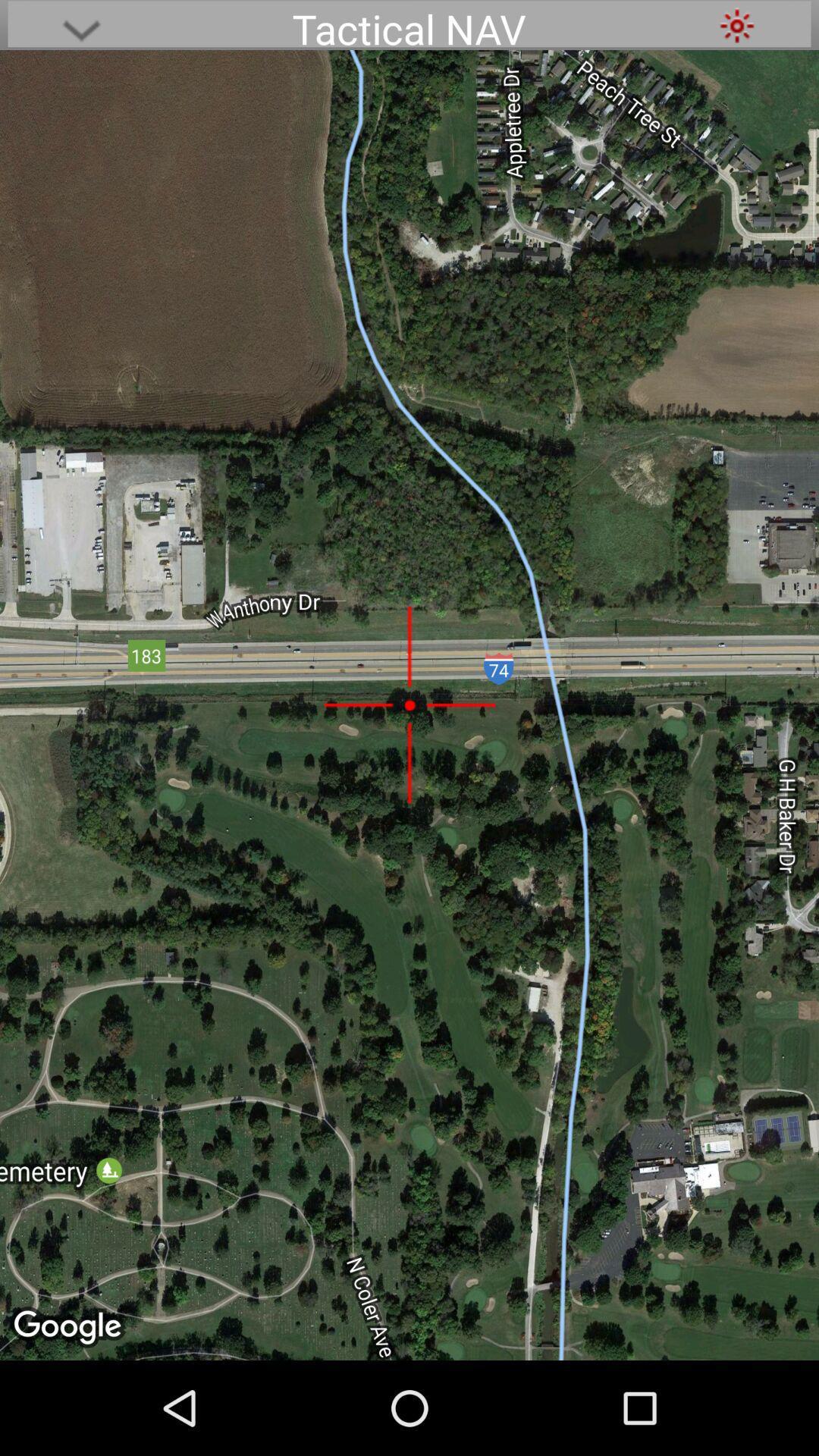 The image size is (819, 1456). I want to click on click dropdown, so click(81, 25).